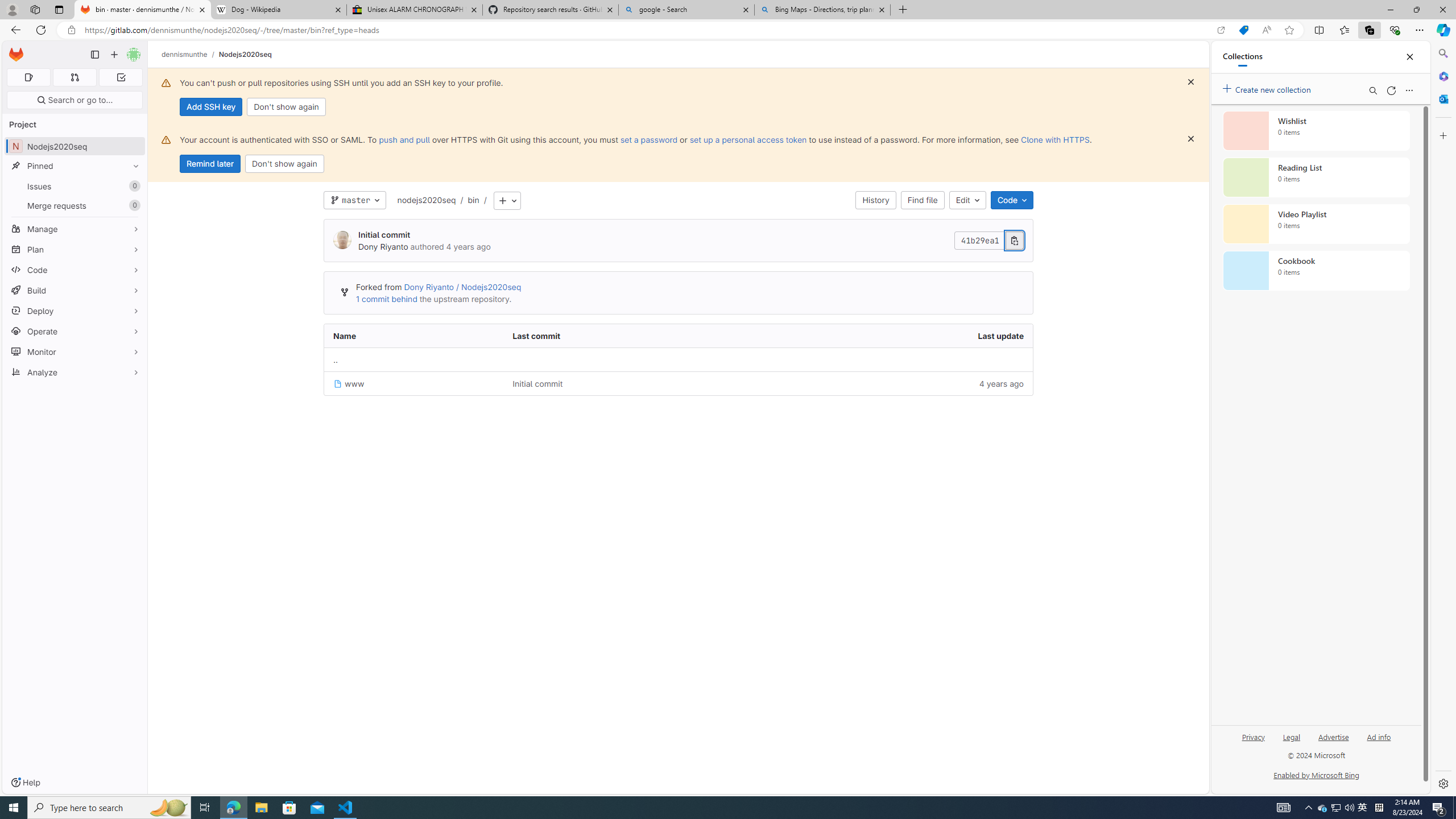  I want to click on 'Build', so click(74, 289).